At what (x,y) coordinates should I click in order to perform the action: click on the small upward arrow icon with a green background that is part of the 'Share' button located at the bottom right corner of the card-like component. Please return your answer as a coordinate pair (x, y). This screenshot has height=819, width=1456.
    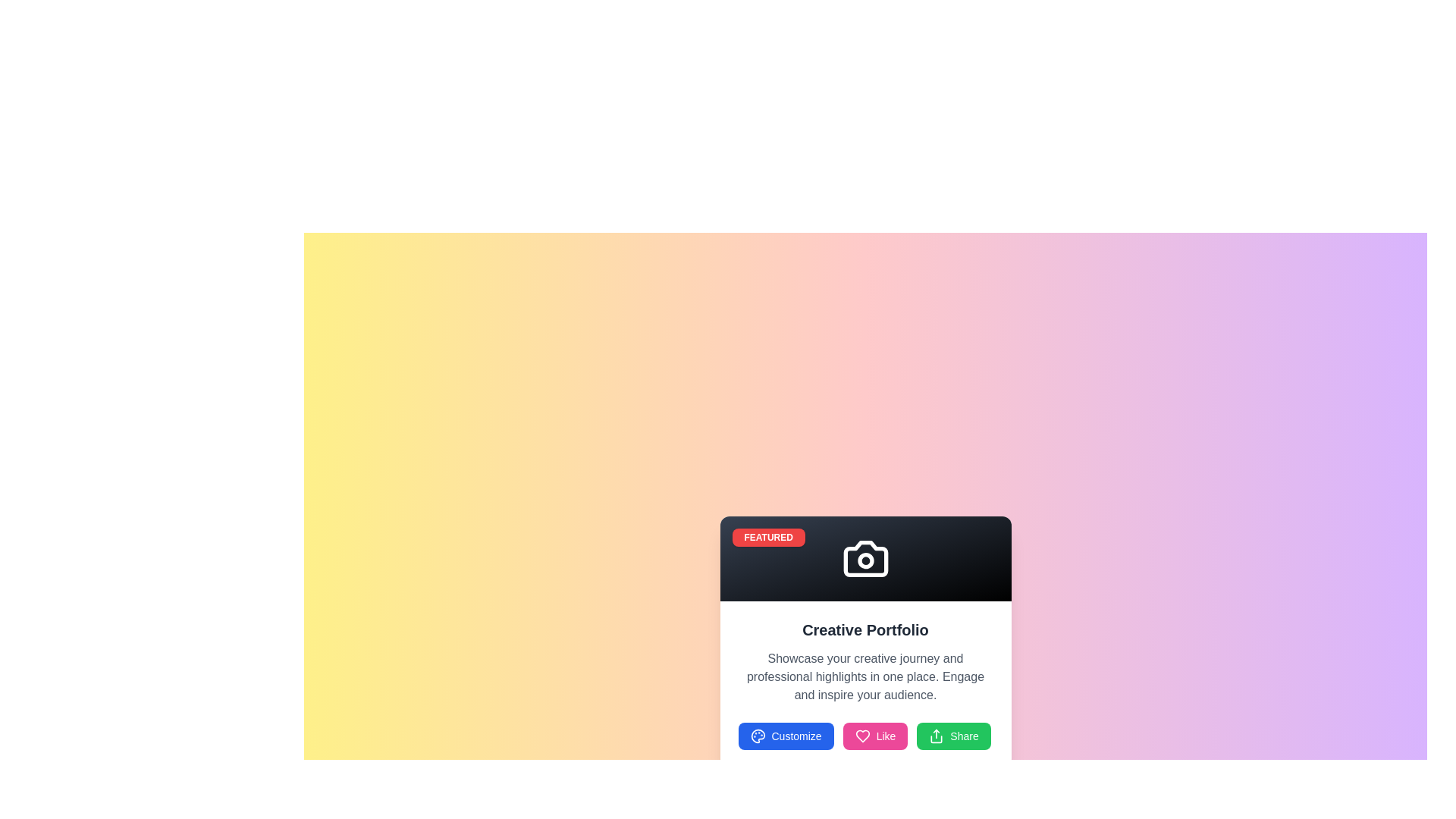
    Looking at the image, I should click on (936, 736).